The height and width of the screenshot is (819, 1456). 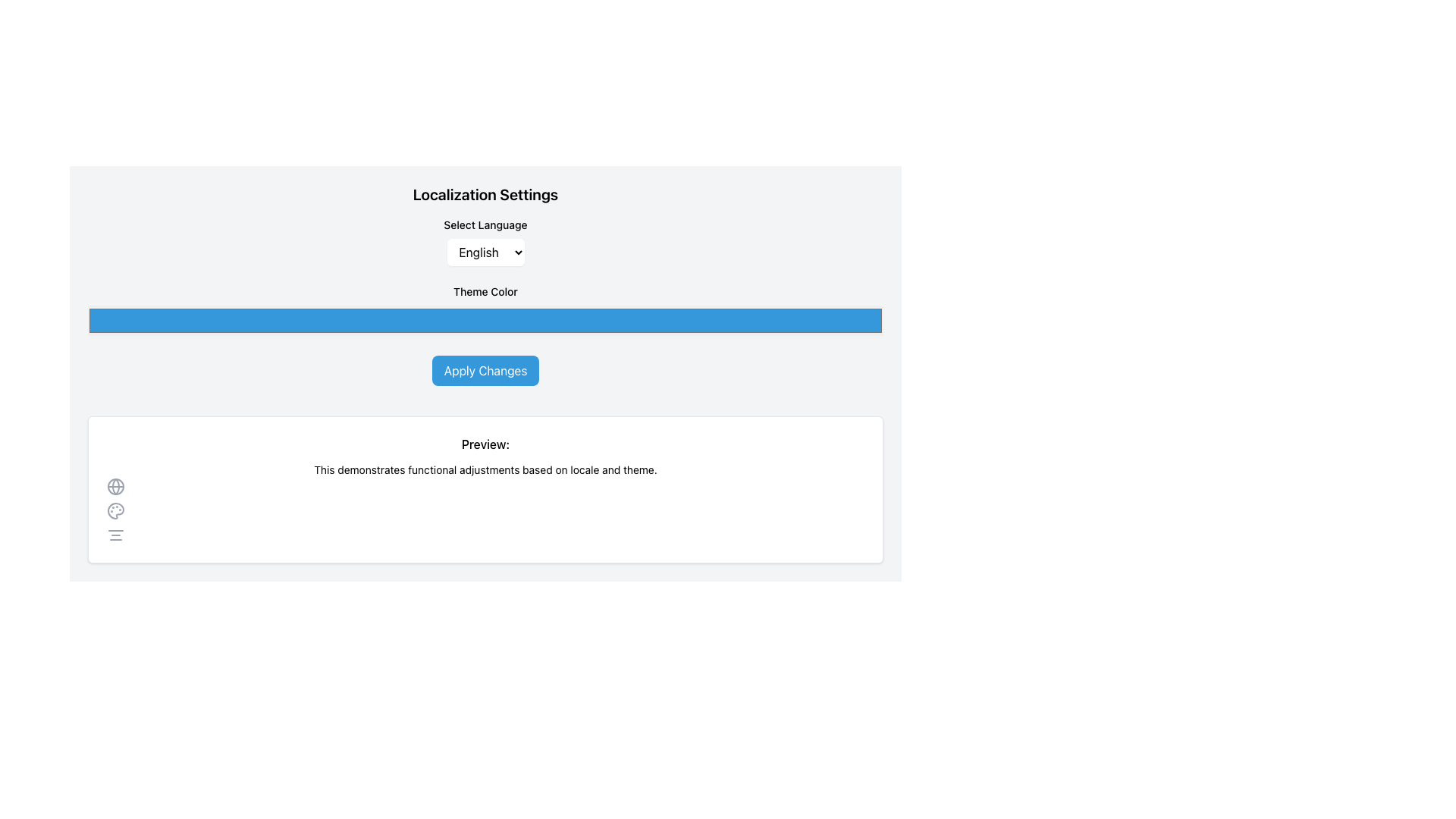 What do you see at coordinates (485, 241) in the screenshot?
I see `the dropdown menu for selecting a preferred language located under the 'Select Language' label in the 'Localization Settings' section` at bounding box center [485, 241].